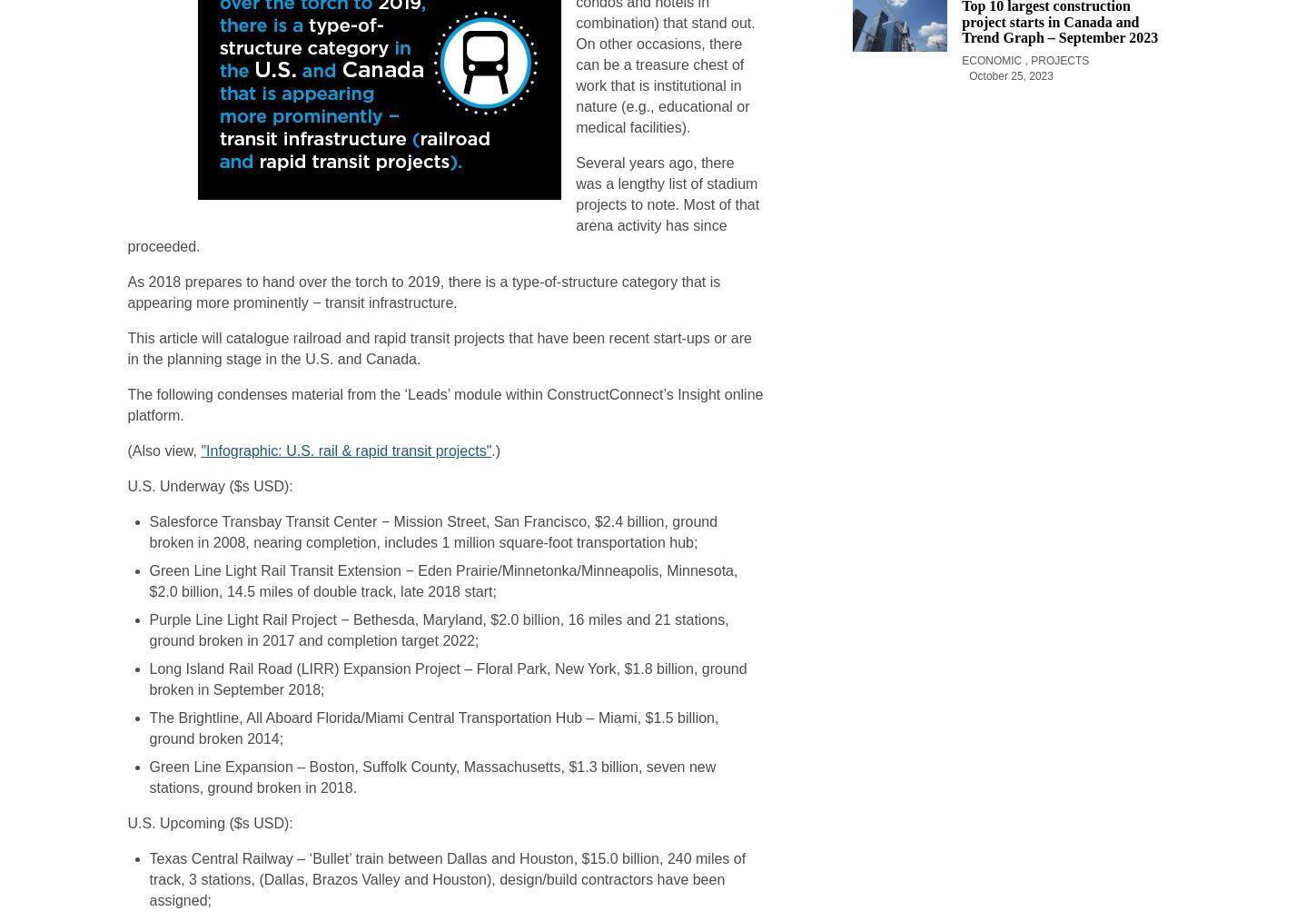 The width and height of the screenshot is (1316, 921). What do you see at coordinates (447, 678) in the screenshot?
I see `'Long  Island Rail Road (LIRR) Expansion Project – Floral Park, New York, $1.8  billion, ground broken in September 2018;'` at bounding box center [447, 678].